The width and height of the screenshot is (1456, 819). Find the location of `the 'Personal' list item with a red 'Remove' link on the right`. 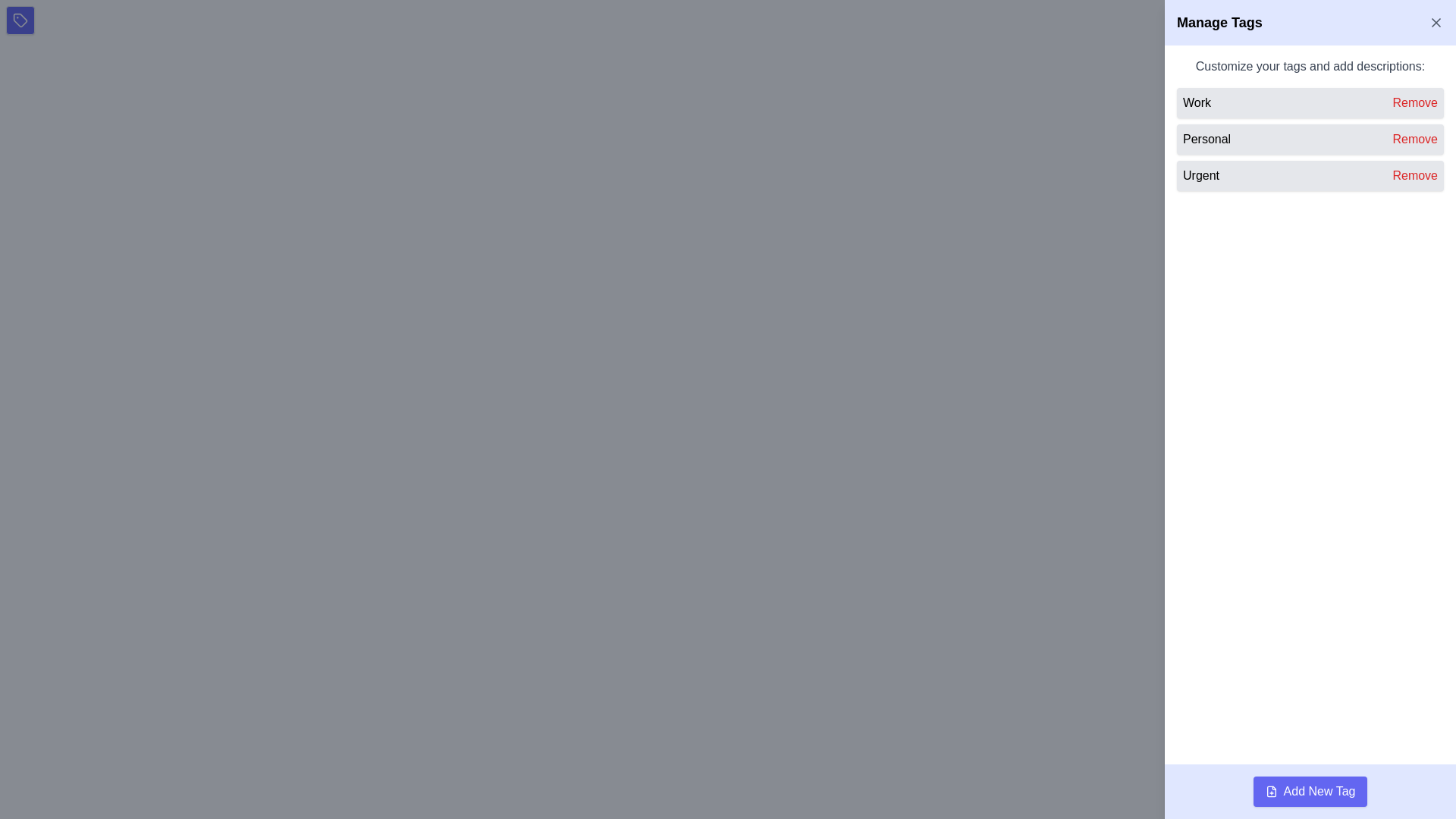

the 'Personal' list item with a red 'Remove' link on the right is located at coordinates (1310, 140).